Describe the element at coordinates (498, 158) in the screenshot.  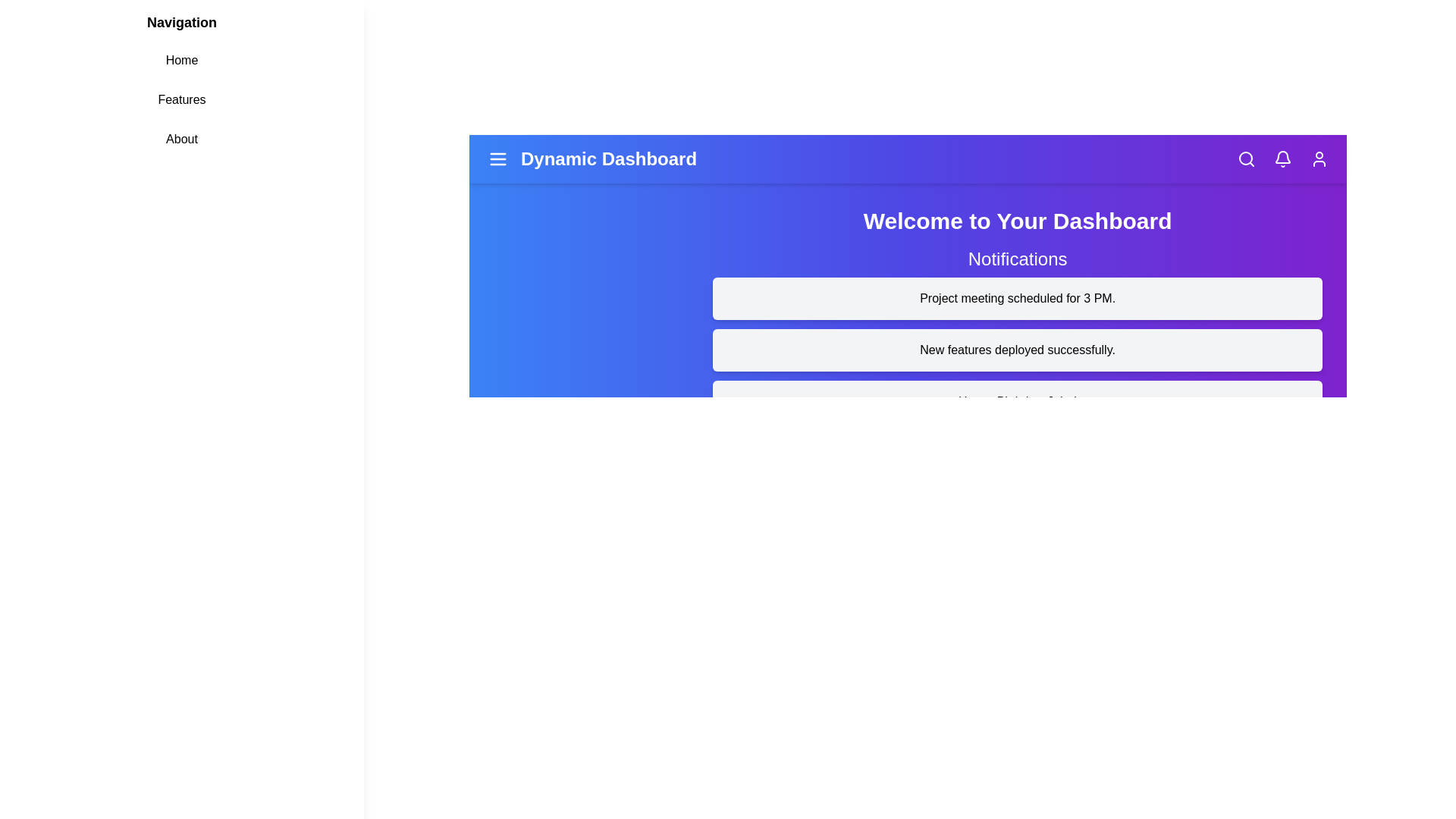
I see `the menu icon to toggle the menu visibility` at that location.